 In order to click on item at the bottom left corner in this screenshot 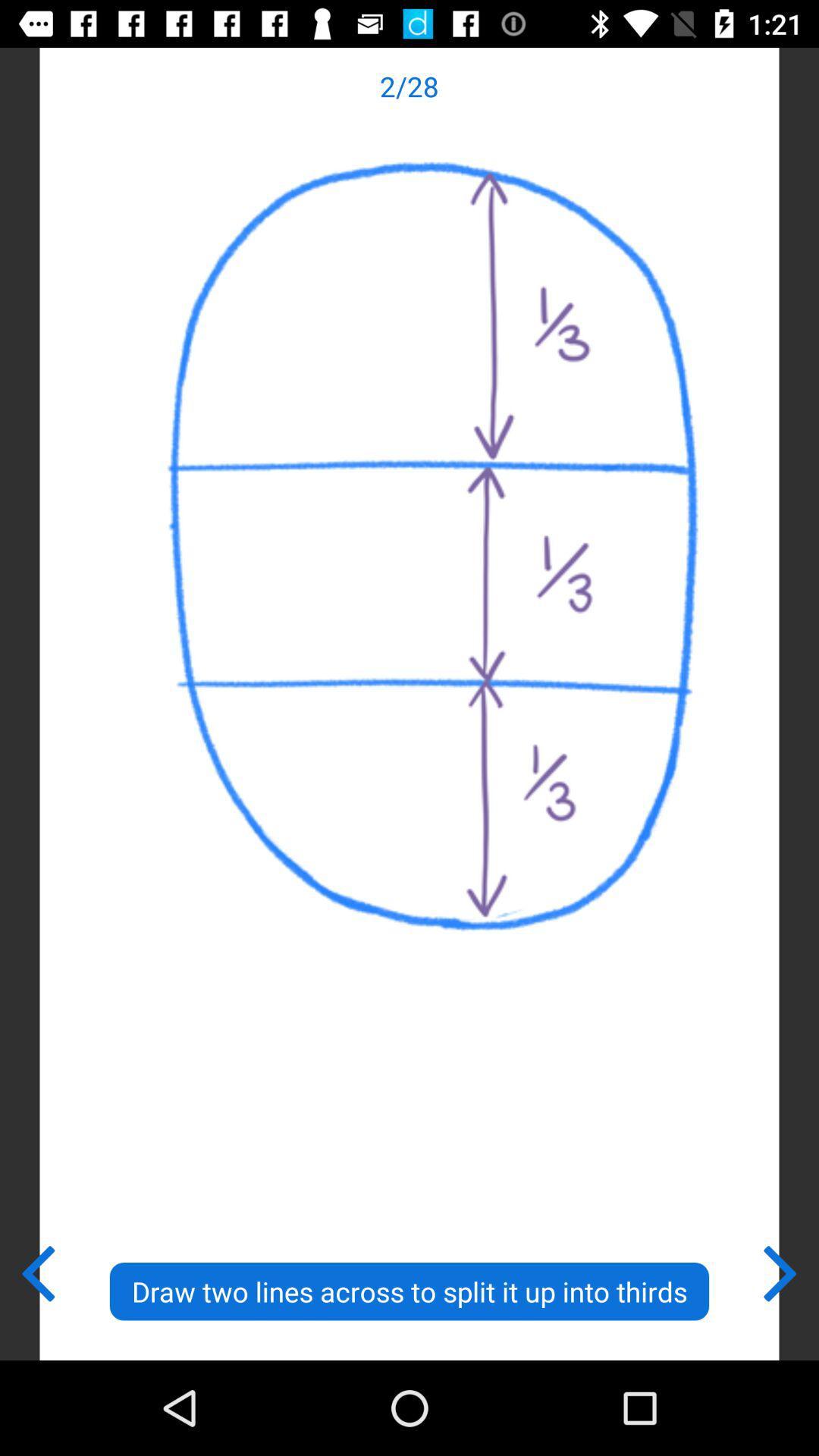, I will do `click(36, 1270)`.